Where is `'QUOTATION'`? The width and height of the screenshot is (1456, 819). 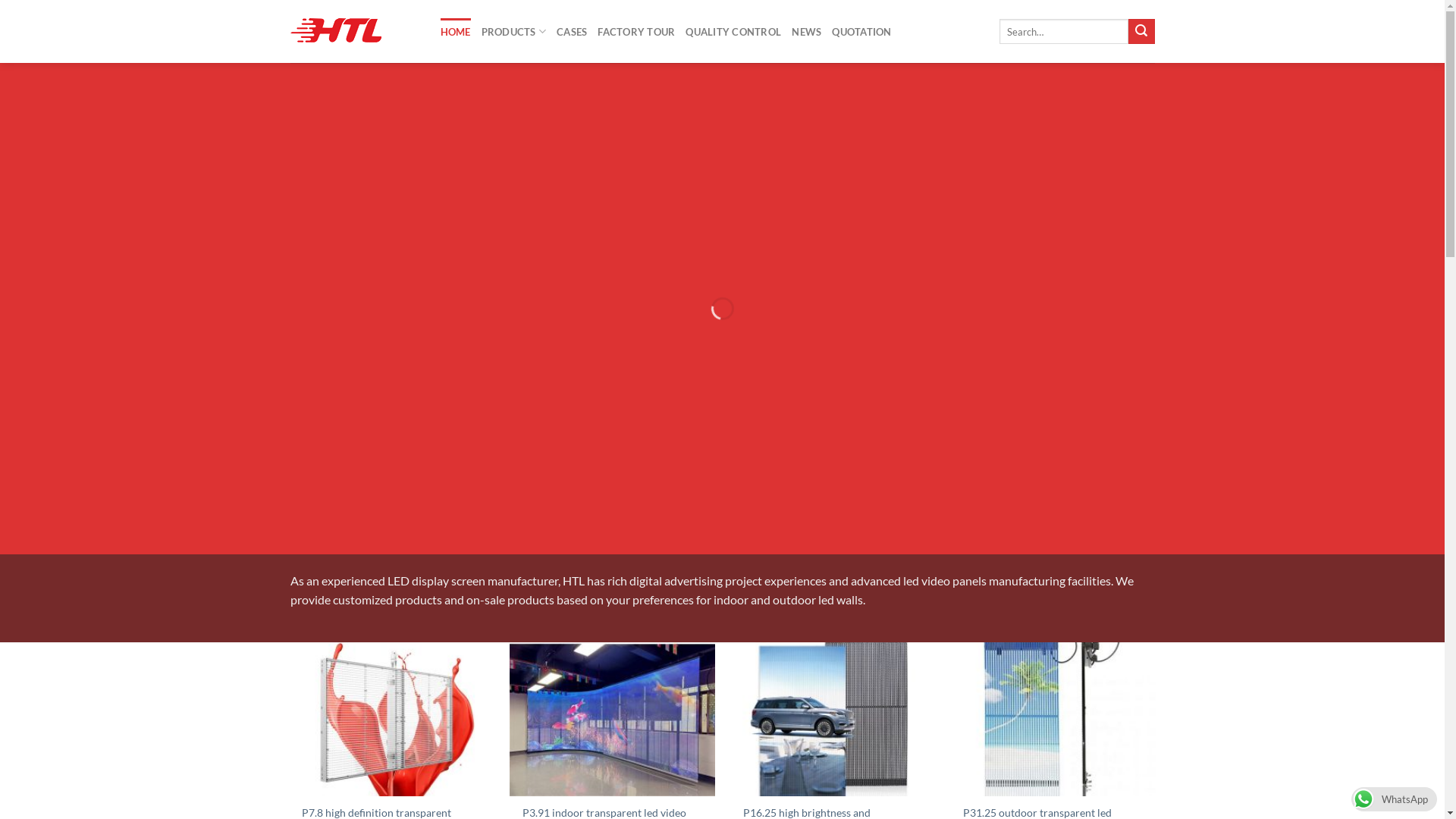
'QUOTATION' is located at coordinates (861, 32).